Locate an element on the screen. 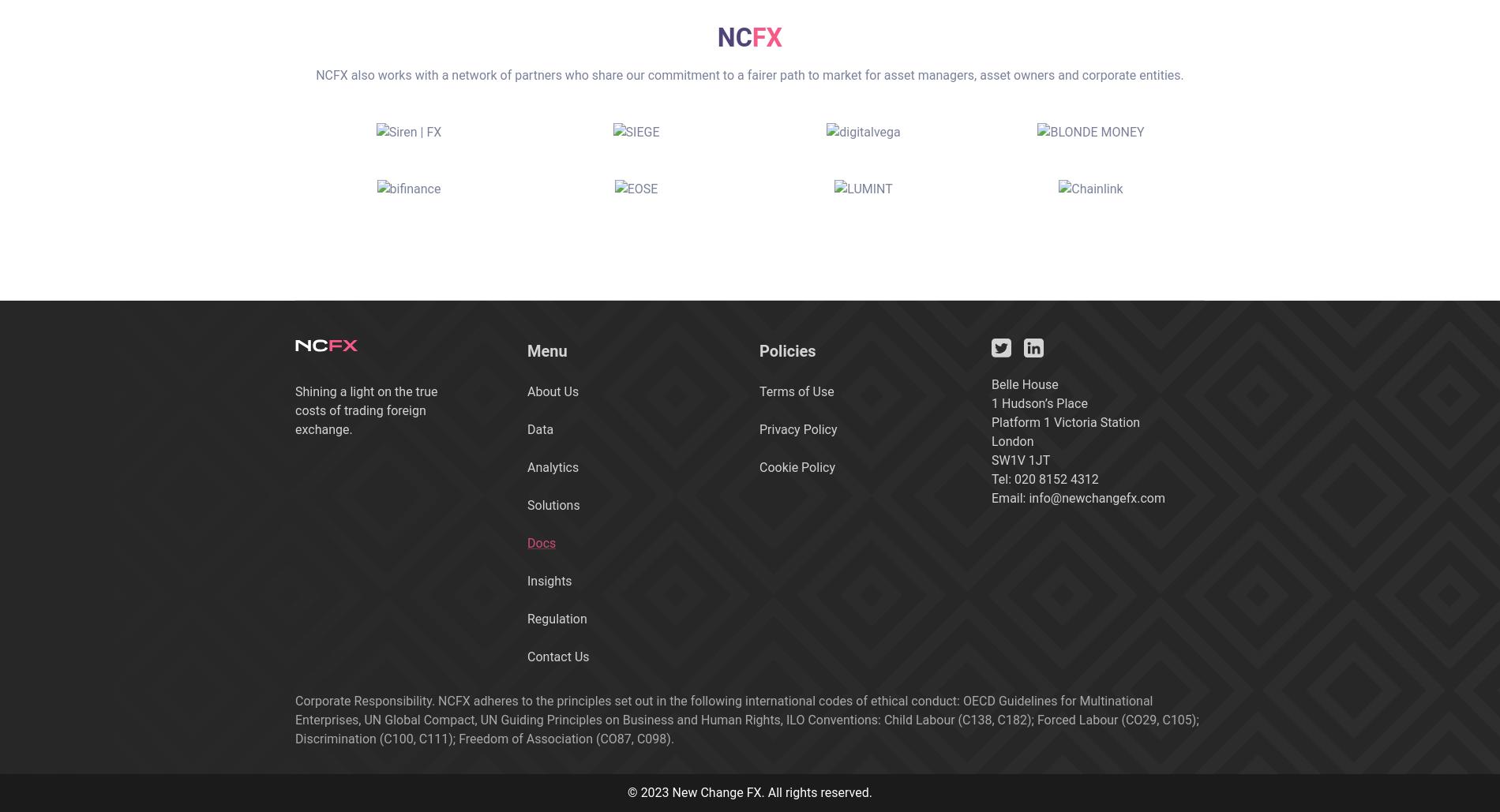 Image resolution: width=1500 pixels, height=812 pixels. 'NCFX also works with a network of partners who share our commitment to a fairer path to market for asset managers, asset owners and corporate entities.' is located at coordinates (748, 73).